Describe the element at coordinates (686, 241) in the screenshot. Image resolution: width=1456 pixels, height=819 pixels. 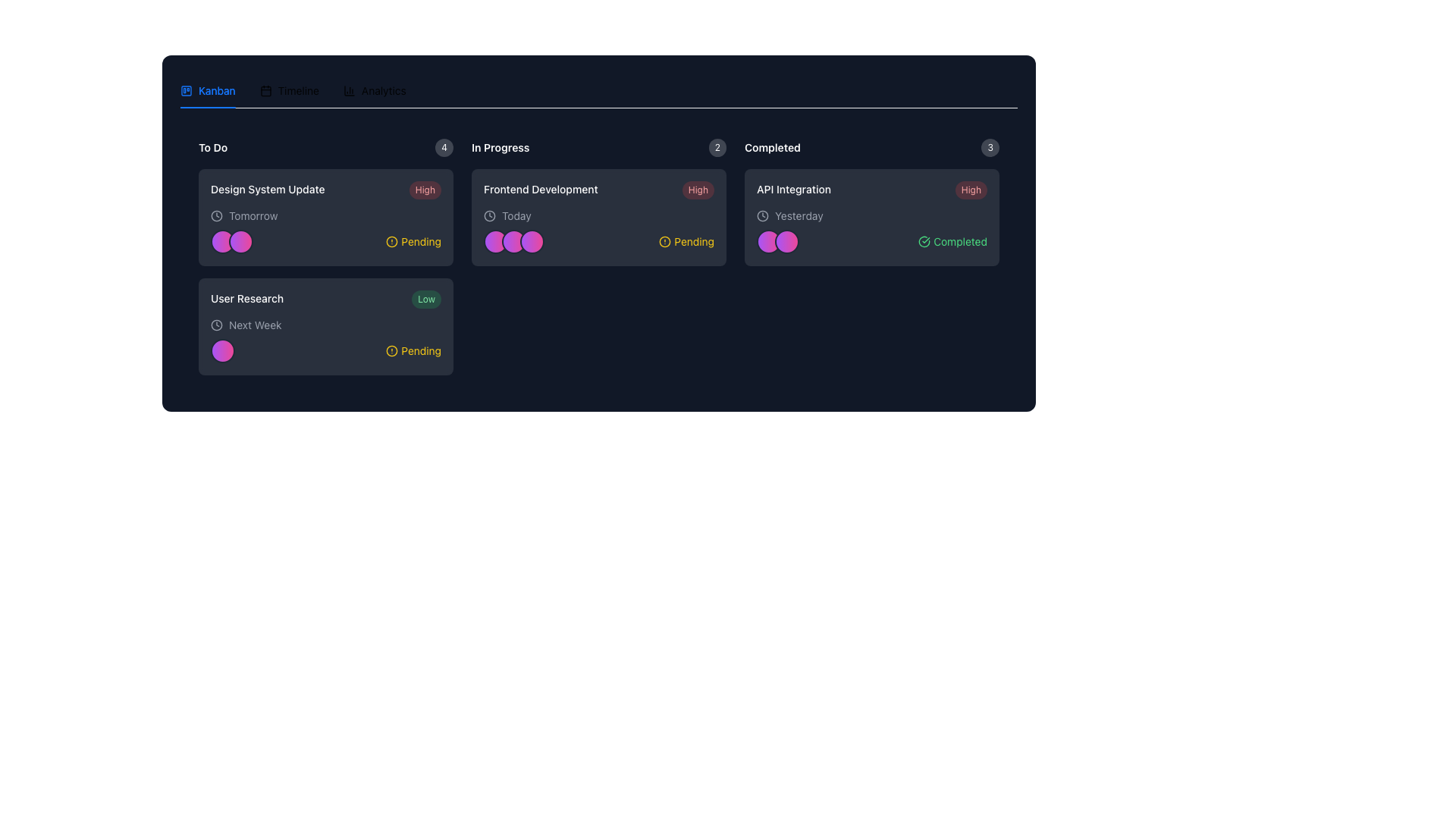
I see `displayed status from the Status indicator showing 'Pending' in yellow, located in the 'Frontend Development' card under the 'In Progress' column` at that location.